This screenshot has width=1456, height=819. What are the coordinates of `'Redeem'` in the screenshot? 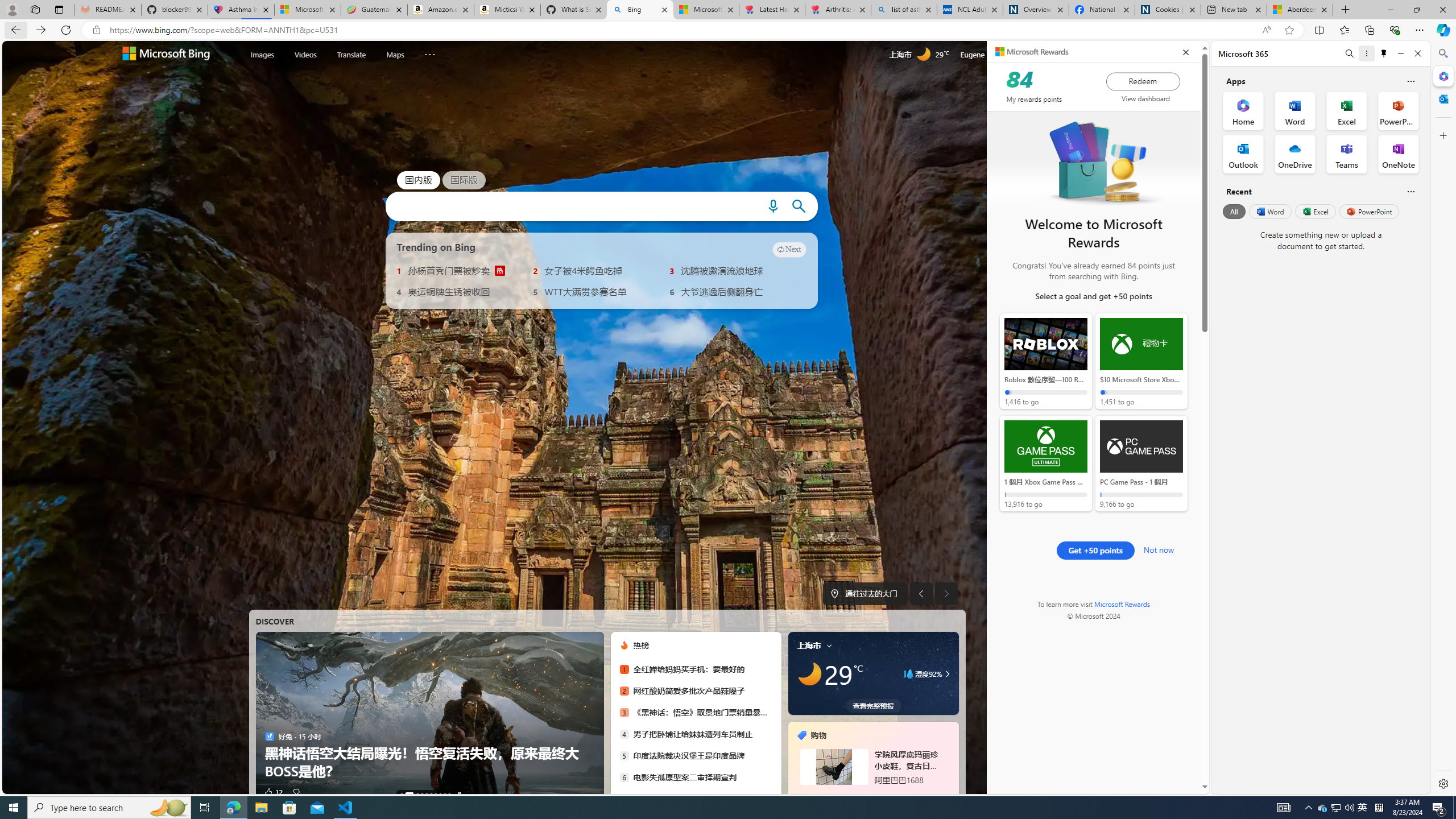 It's located at (1143, 81).